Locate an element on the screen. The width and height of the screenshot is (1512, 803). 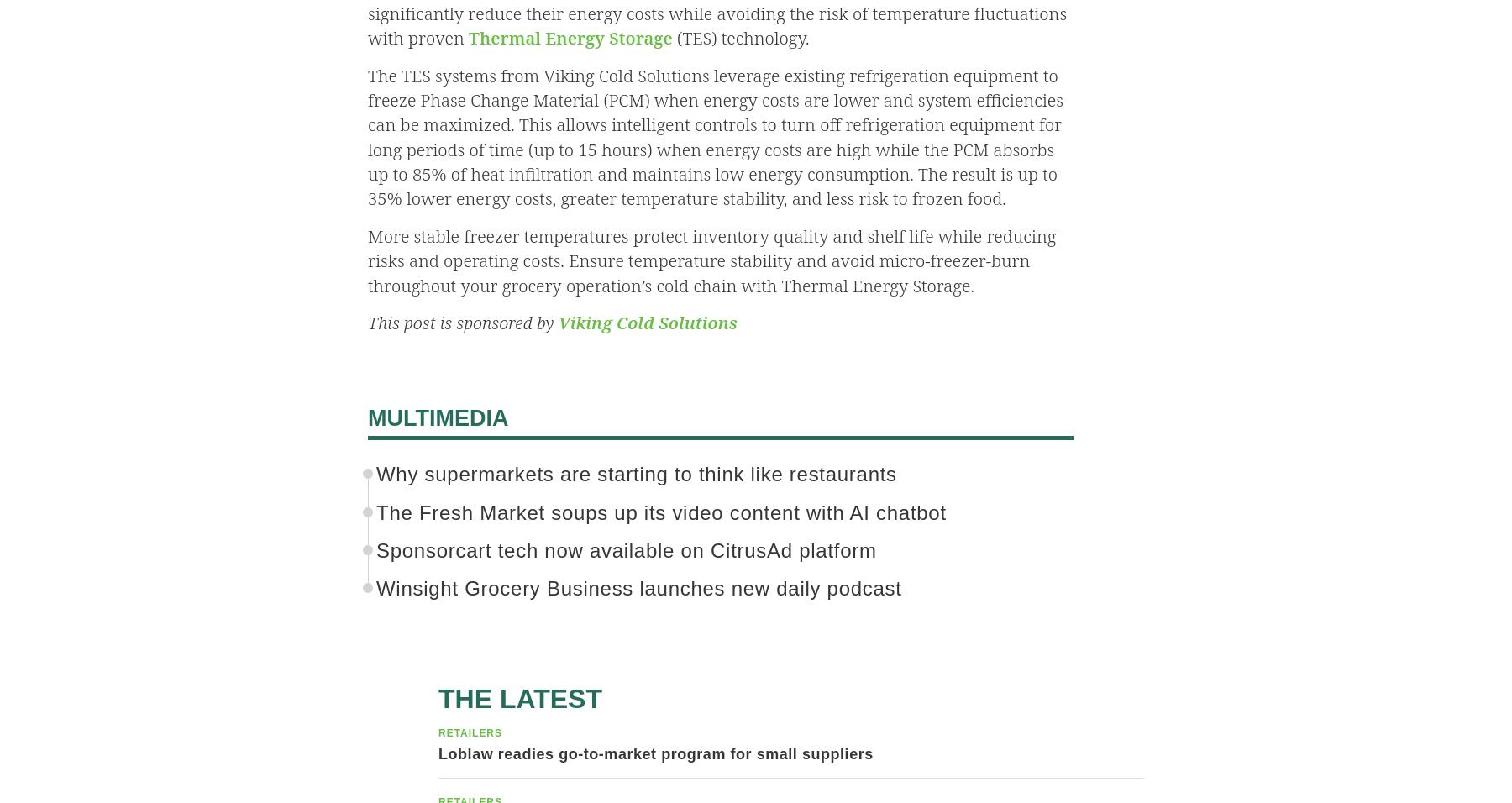
'Thermal Energy Storage' is located at coordinates (569, 37).